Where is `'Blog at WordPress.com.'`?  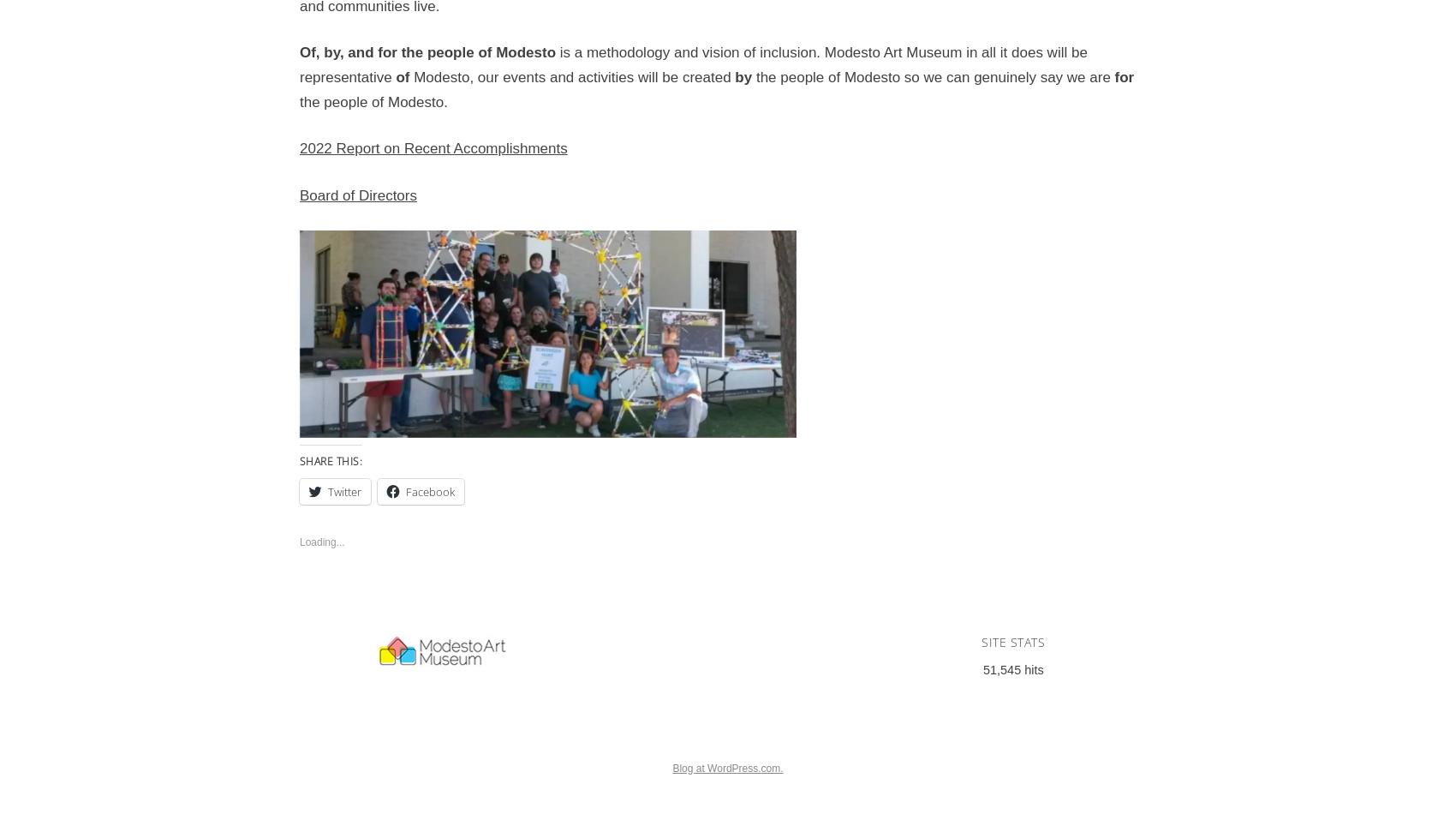 'Blog at WordPress.com.' is located at coordinates (726, 768).